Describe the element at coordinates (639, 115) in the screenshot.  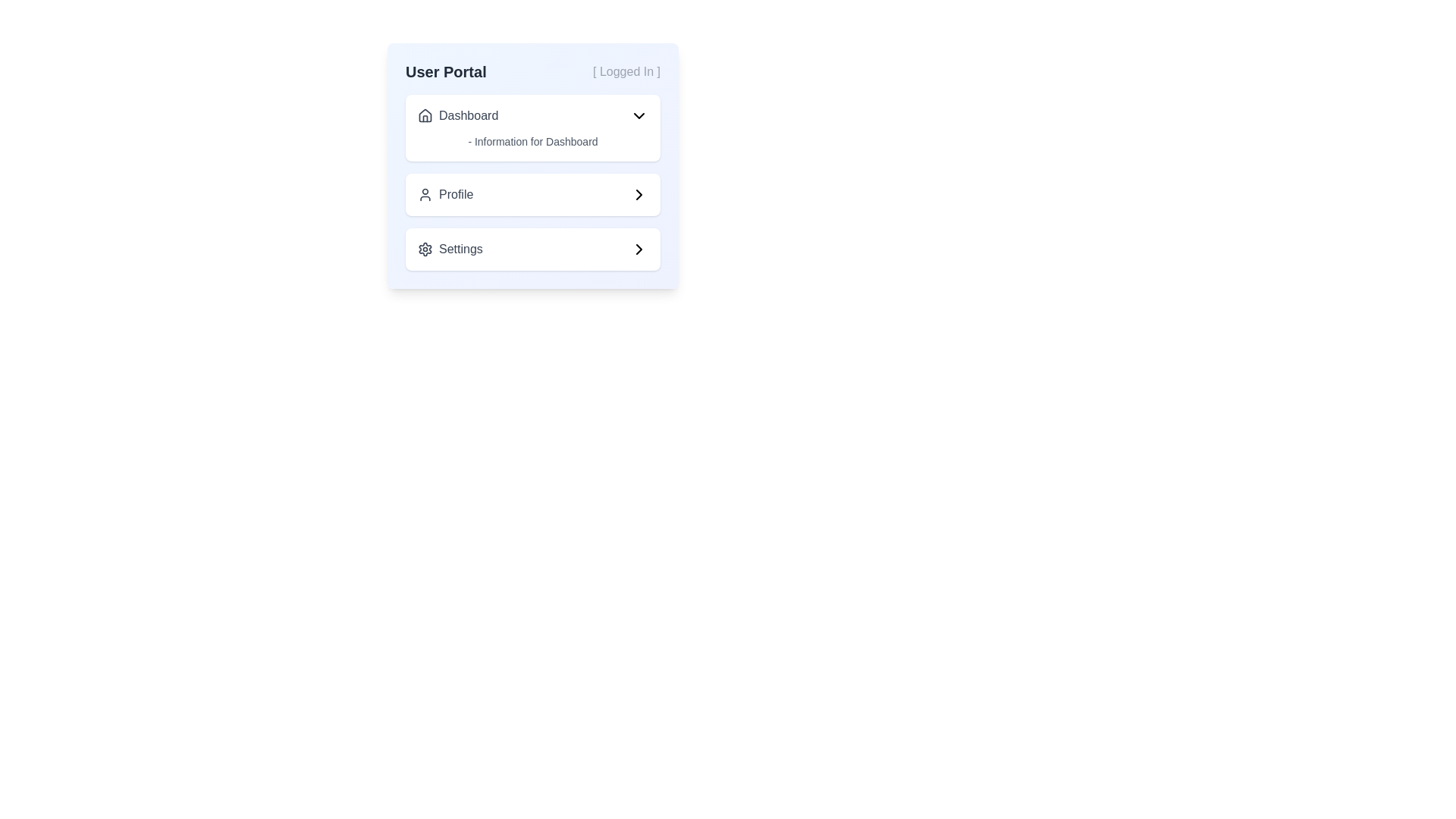
I see `the chevron icon (down arrow) located to the right of the 'Dashboard' text` at that location.